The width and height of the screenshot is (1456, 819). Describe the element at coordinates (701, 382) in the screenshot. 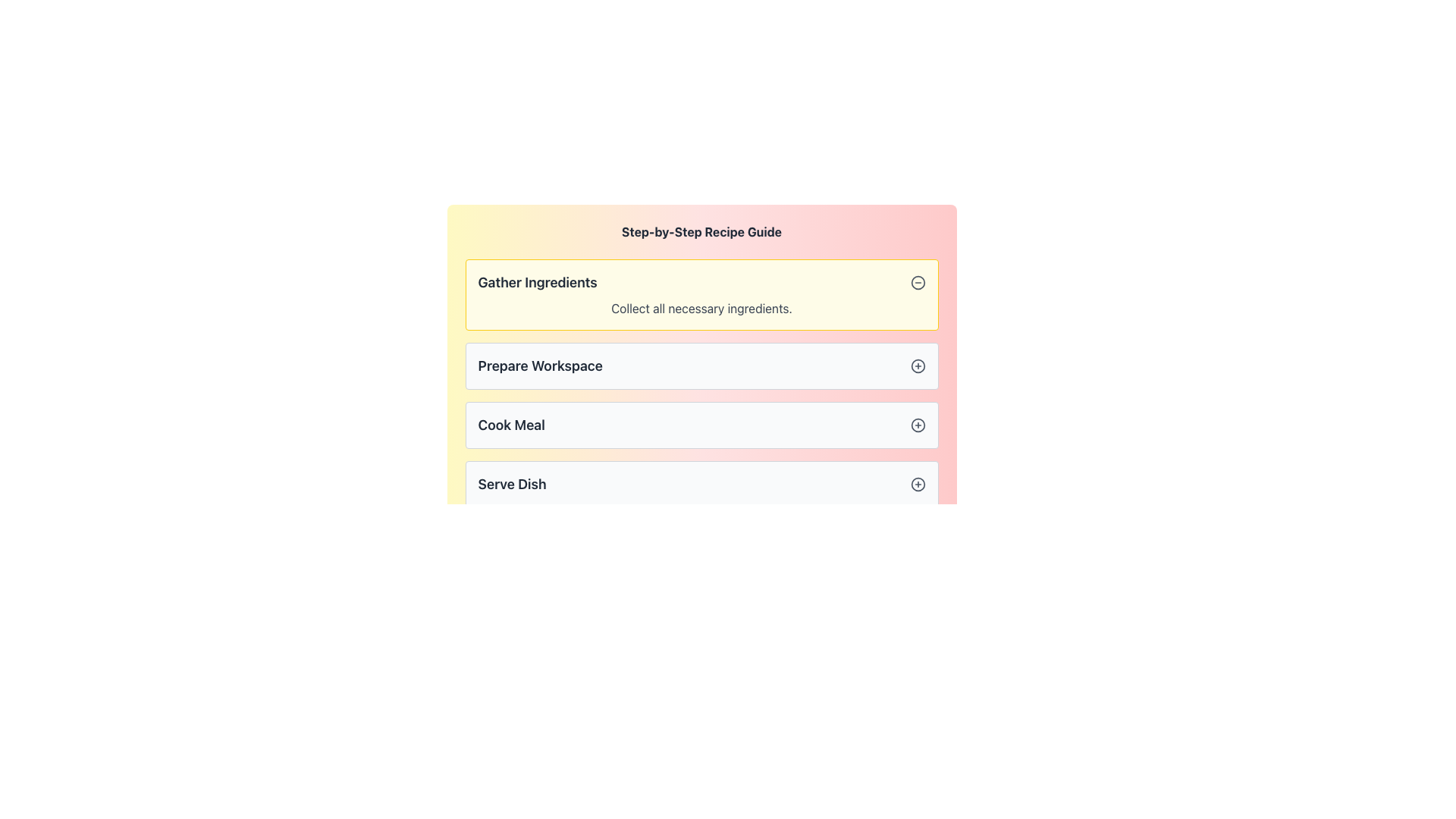

I see `the plus icon on the 'Prepare Workspace' interactive section header` at that location.